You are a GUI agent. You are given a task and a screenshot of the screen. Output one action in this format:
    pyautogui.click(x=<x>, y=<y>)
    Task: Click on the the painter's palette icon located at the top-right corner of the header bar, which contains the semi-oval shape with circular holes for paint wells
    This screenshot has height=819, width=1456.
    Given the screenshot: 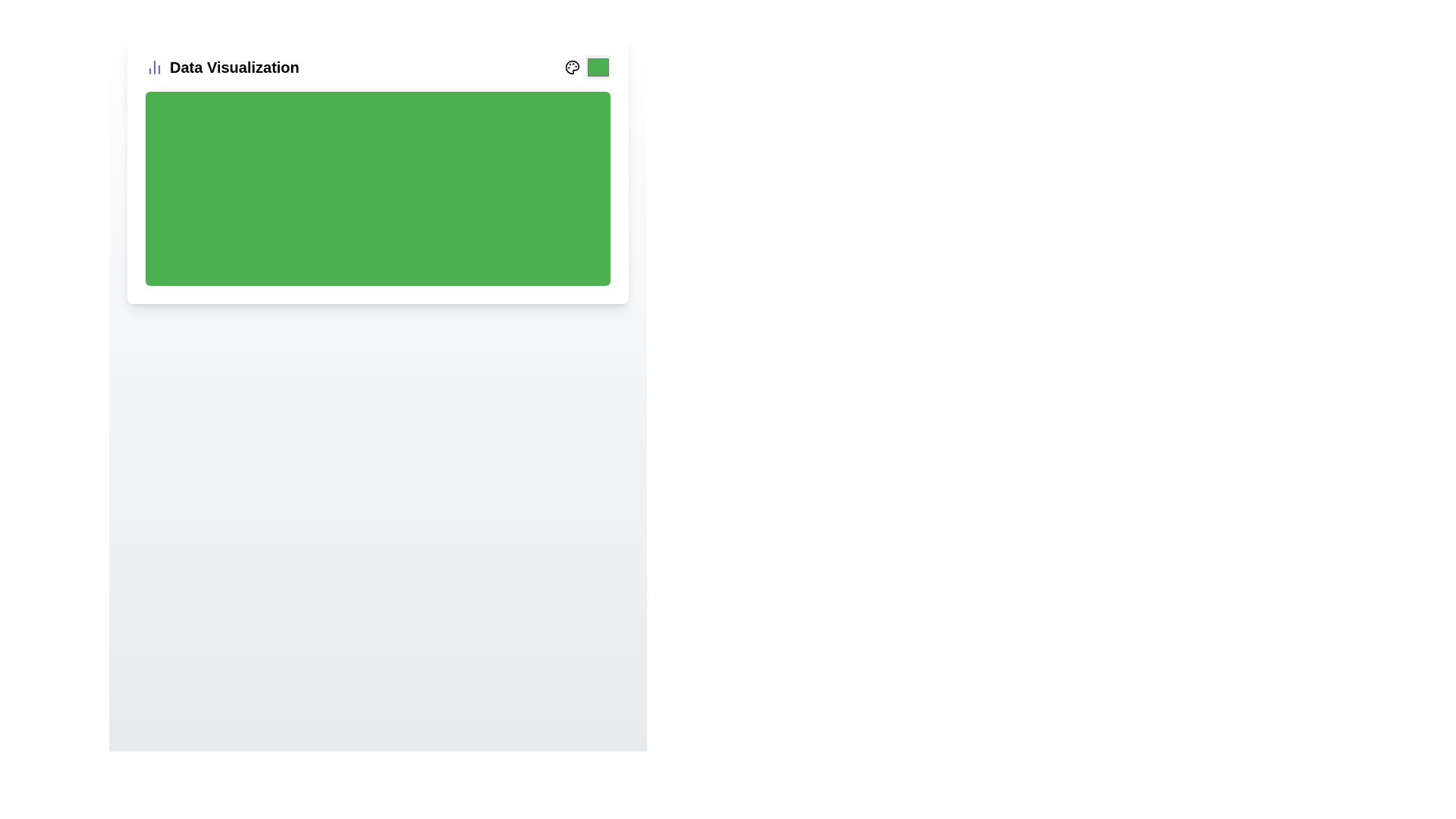 What is the action you would take?
    pyautogui.click(x=571, y=66)
    